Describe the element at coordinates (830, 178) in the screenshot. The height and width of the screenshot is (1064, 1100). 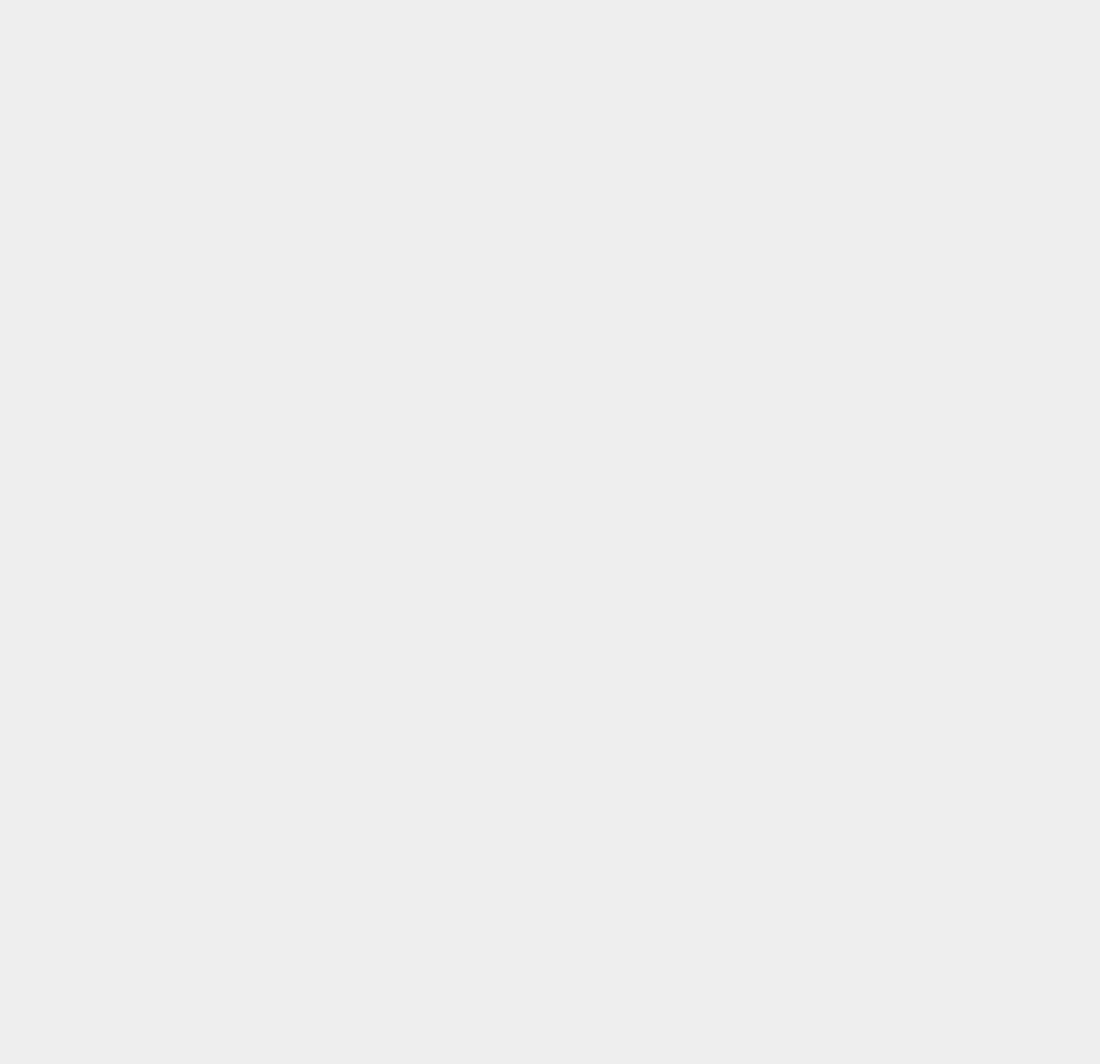
I see `'macOS Monterey'` at that location.